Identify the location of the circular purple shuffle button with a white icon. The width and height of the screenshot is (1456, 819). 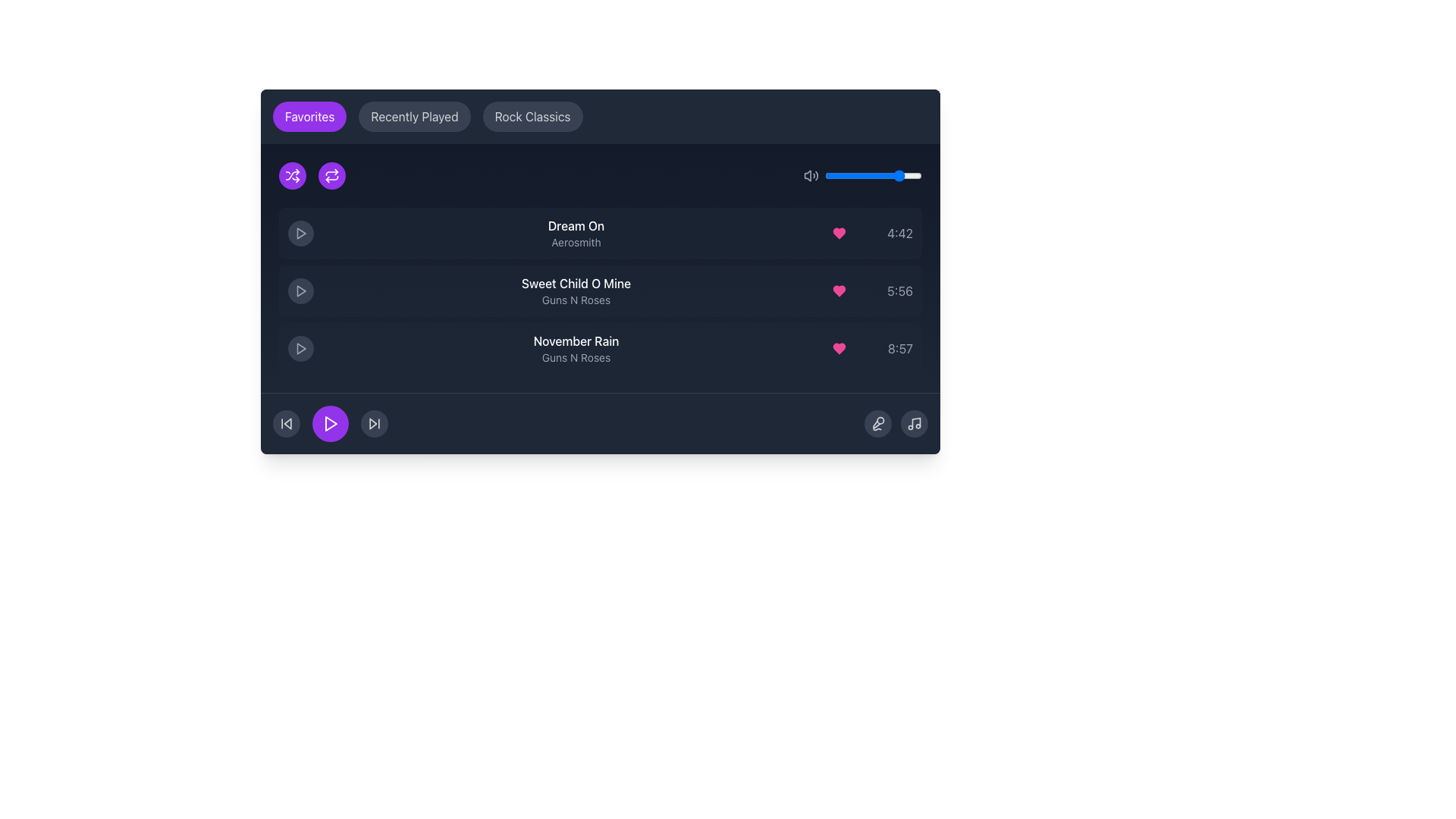
(292, 174).